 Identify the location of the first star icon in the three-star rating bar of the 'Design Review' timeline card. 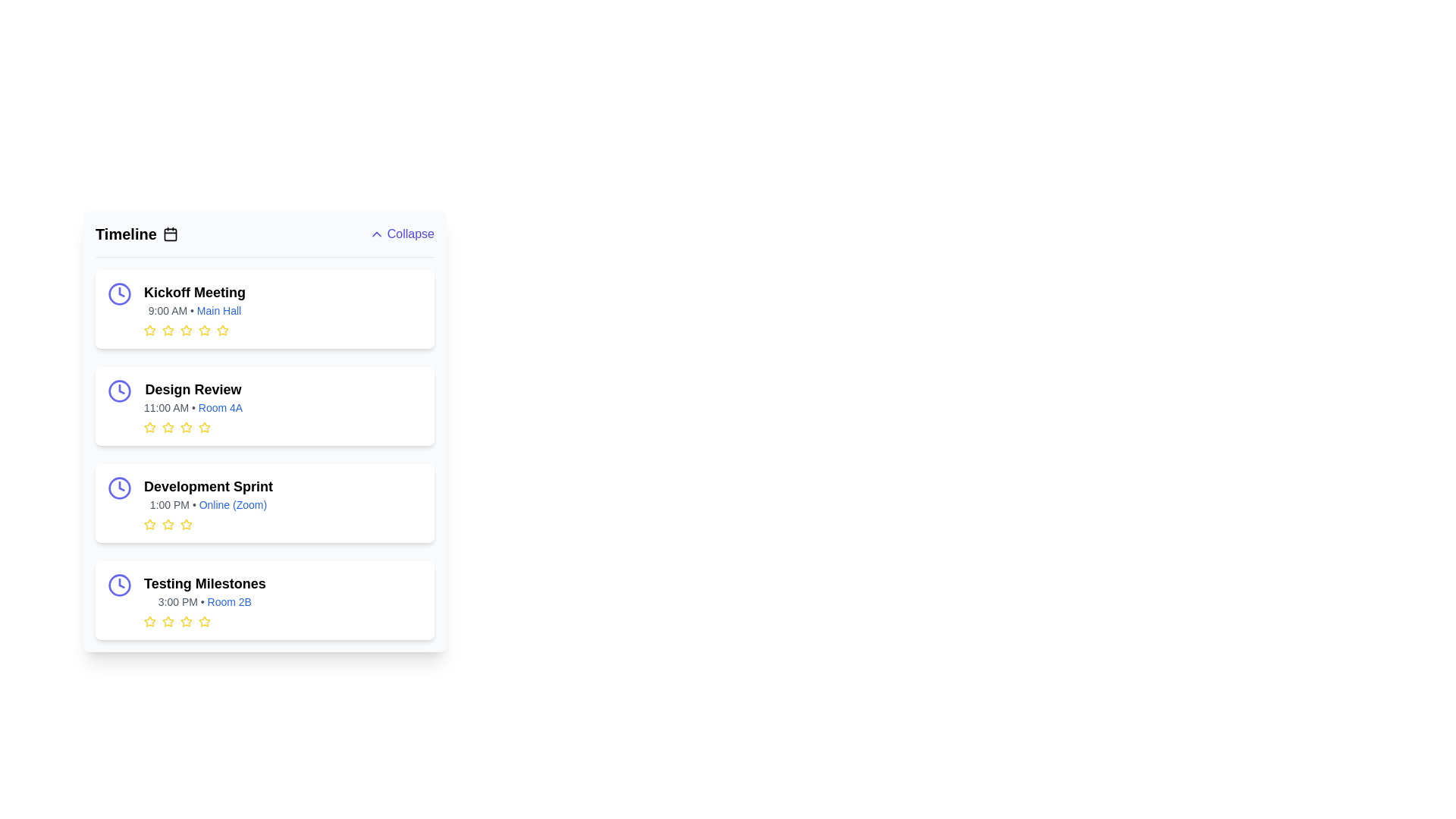
(168, 427).